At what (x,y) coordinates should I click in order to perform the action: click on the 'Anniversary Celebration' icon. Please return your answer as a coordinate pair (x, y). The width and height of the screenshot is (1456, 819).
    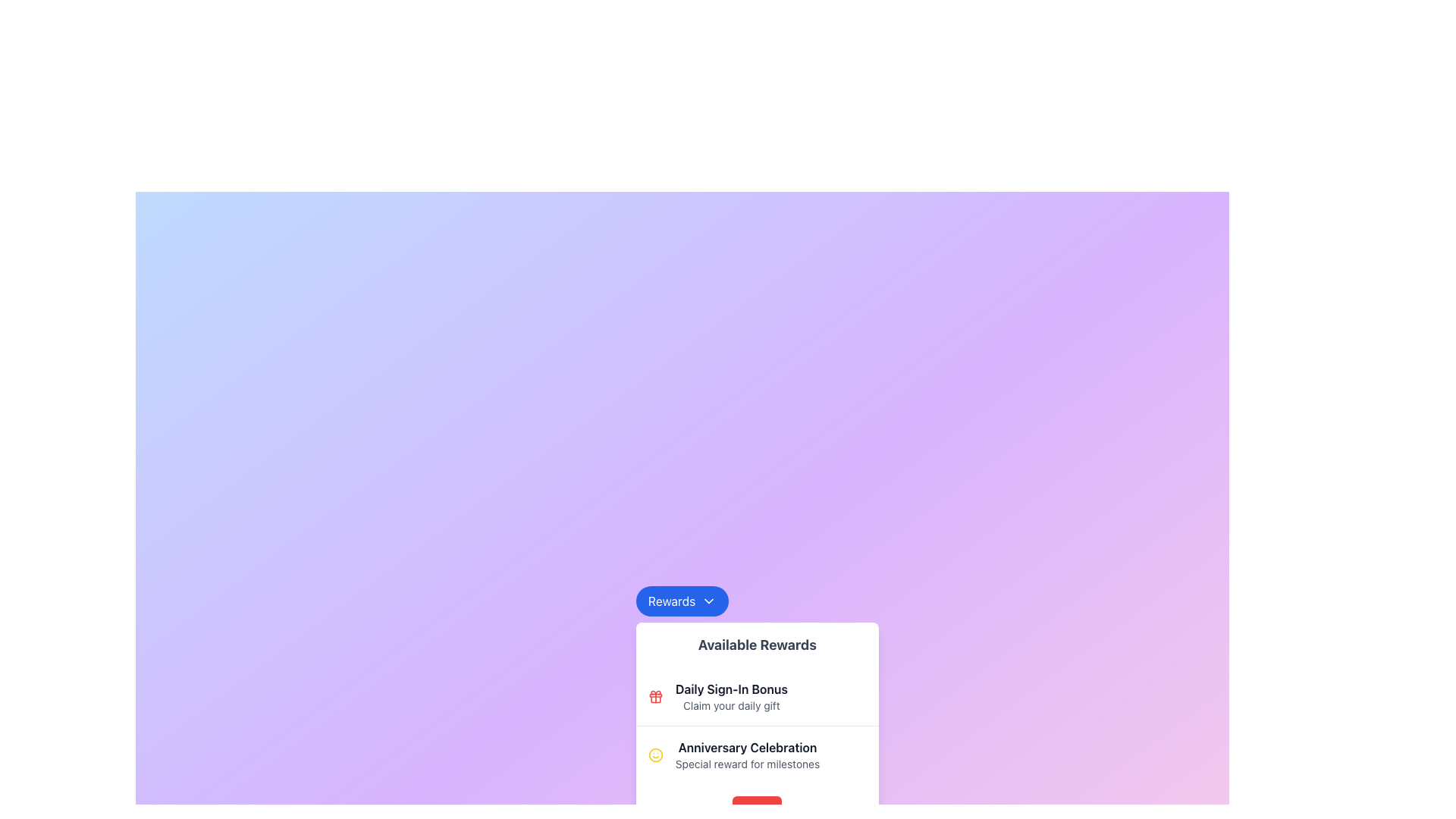
    Looking at the image, I should click on (655, 755).